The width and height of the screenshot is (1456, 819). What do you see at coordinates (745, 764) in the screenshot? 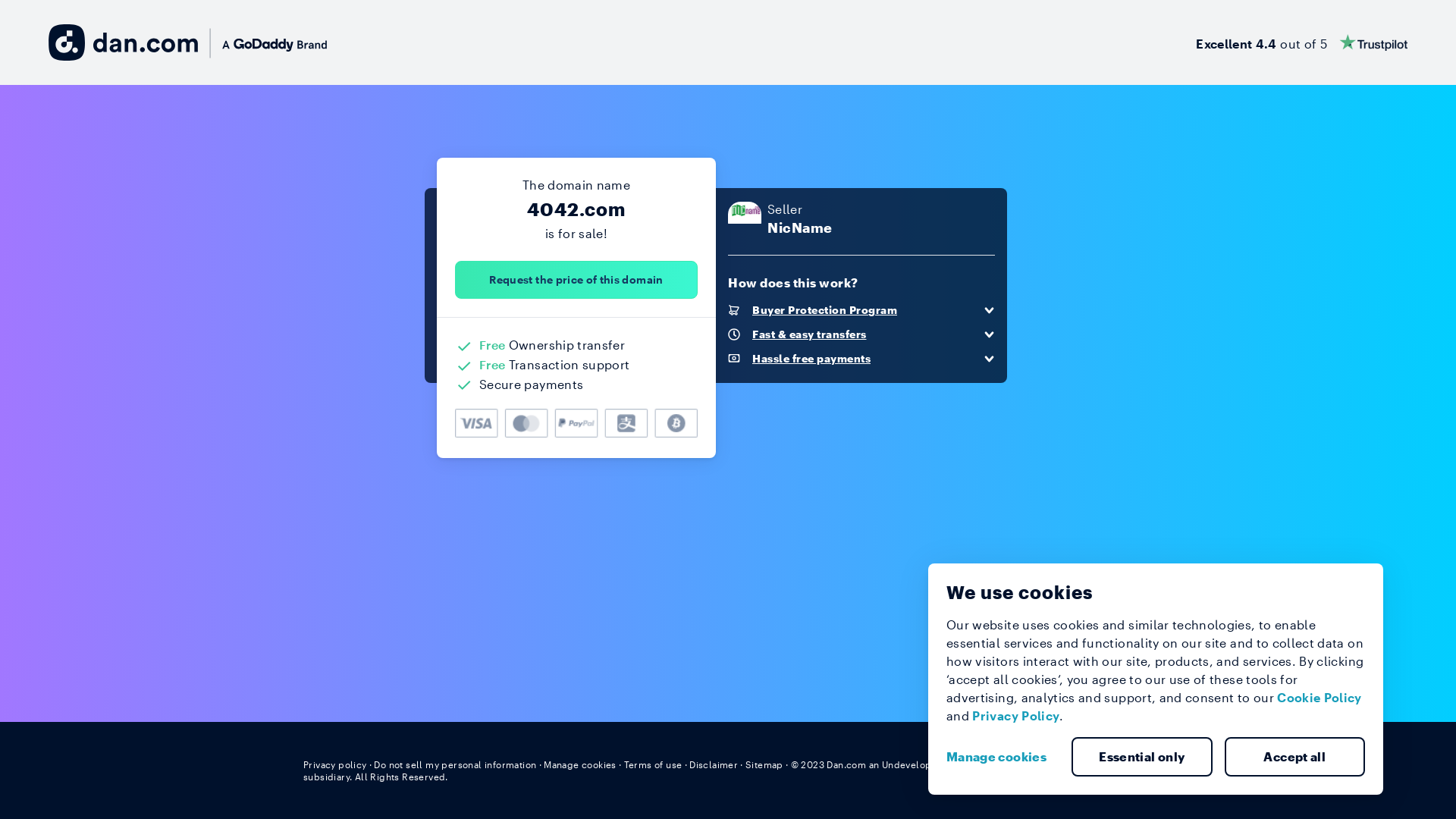
I see `'Sitemap'` at bounding box center [745, 764].